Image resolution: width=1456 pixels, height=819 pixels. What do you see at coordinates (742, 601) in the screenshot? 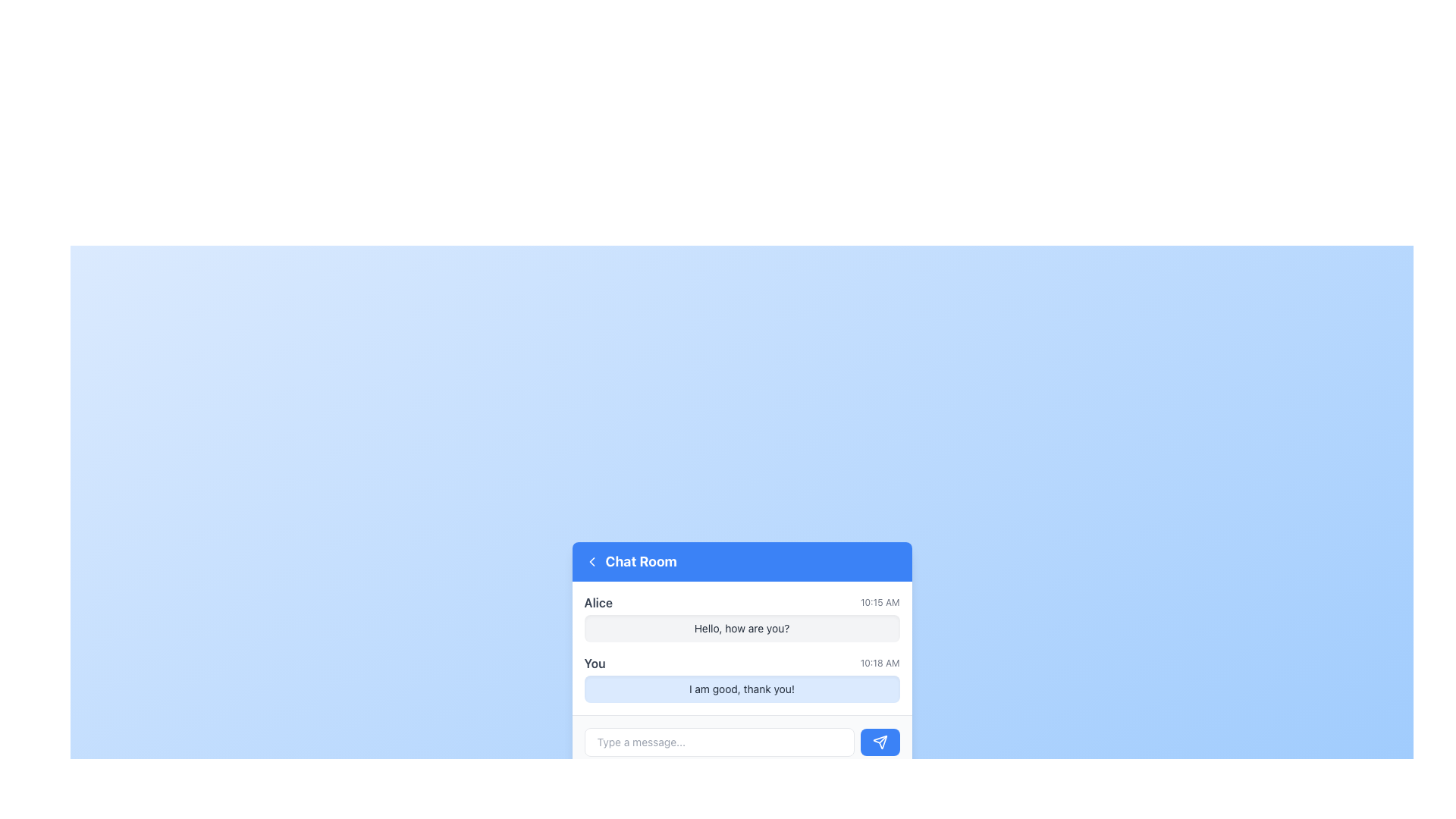
I see `the Informational display row that shows the sender's name and the time the message was sent, positioned above the message 'Hello, how are you?'` at bounding box center [742, 601].